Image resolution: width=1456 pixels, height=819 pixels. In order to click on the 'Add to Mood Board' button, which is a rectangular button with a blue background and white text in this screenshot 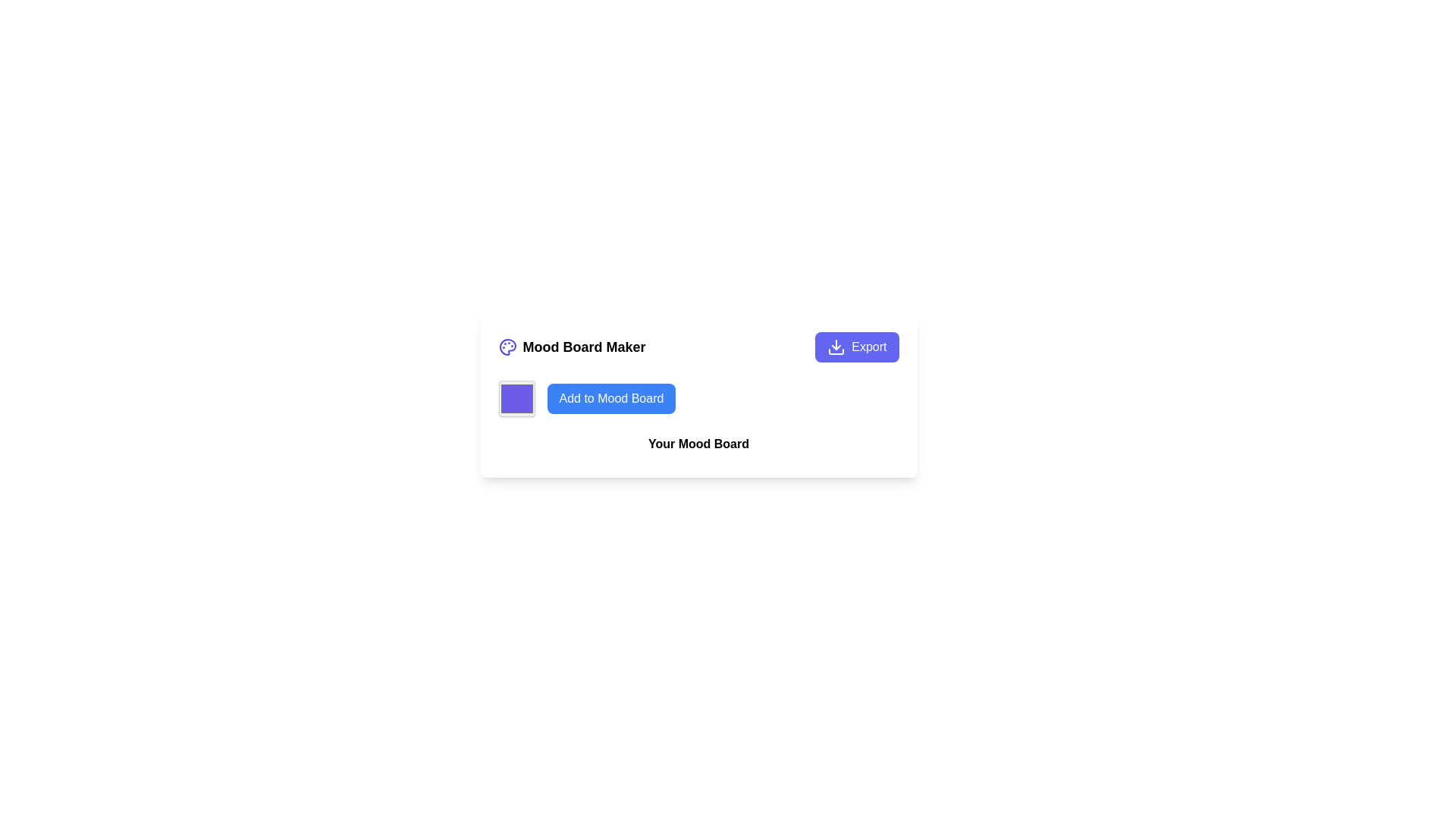, I will do `click(611, 397)`.